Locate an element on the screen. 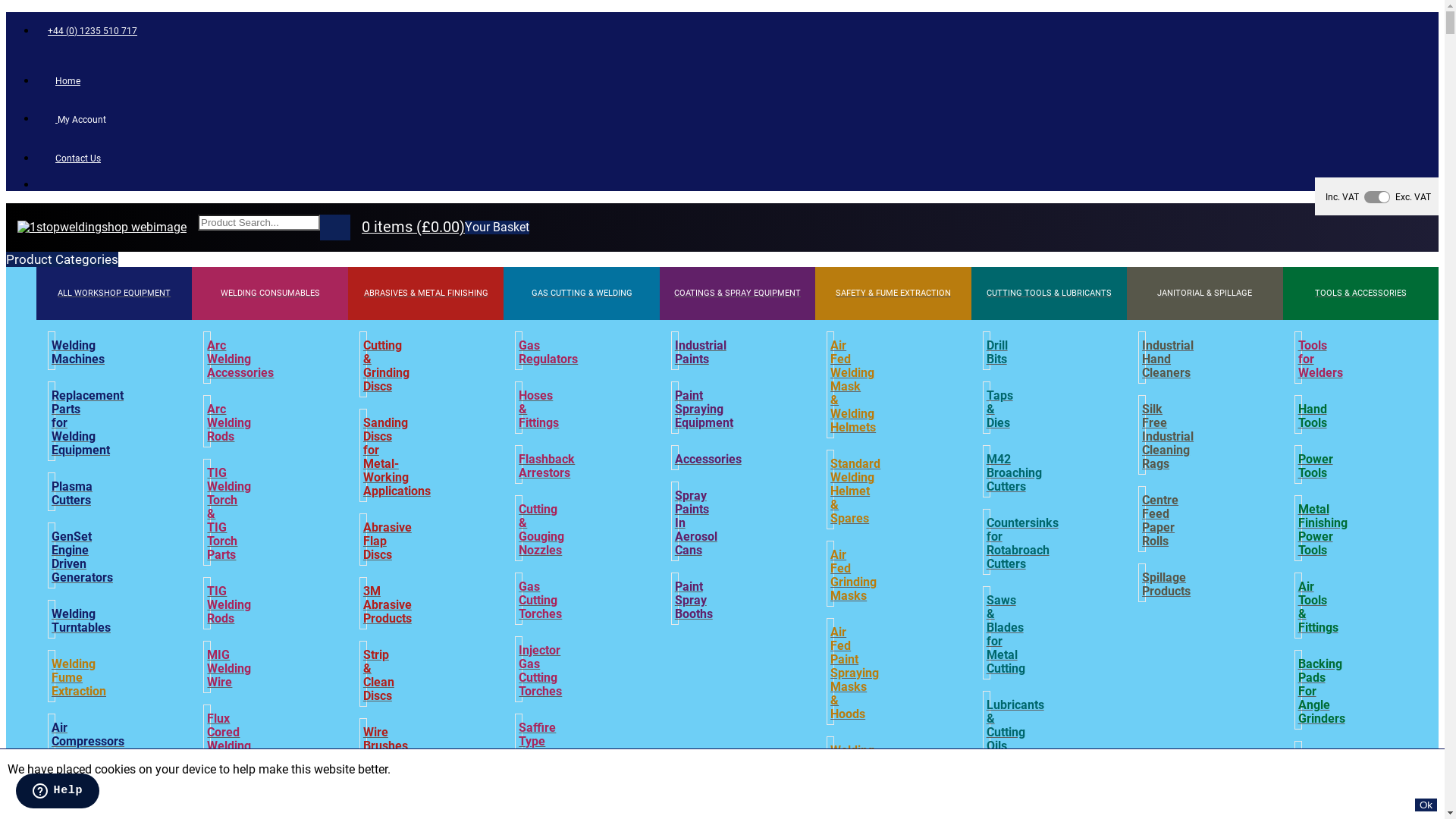 The height and width of the screenshot is (819, 1456). 'Paint Spraying Equipment' is located at coordinates (703, 409).